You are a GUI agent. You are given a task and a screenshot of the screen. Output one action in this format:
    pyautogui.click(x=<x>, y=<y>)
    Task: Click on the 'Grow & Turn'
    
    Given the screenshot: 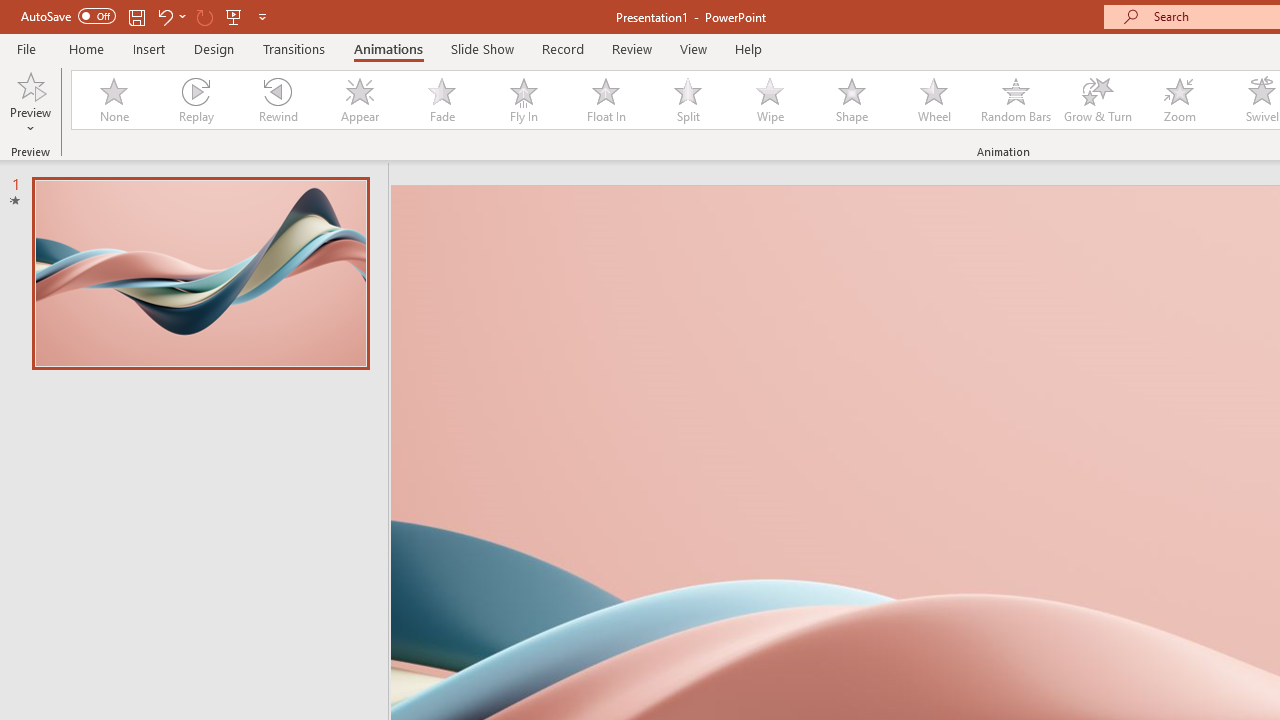 What is the action you would take?
    pyautogui.click(x=1097, y=100)
    